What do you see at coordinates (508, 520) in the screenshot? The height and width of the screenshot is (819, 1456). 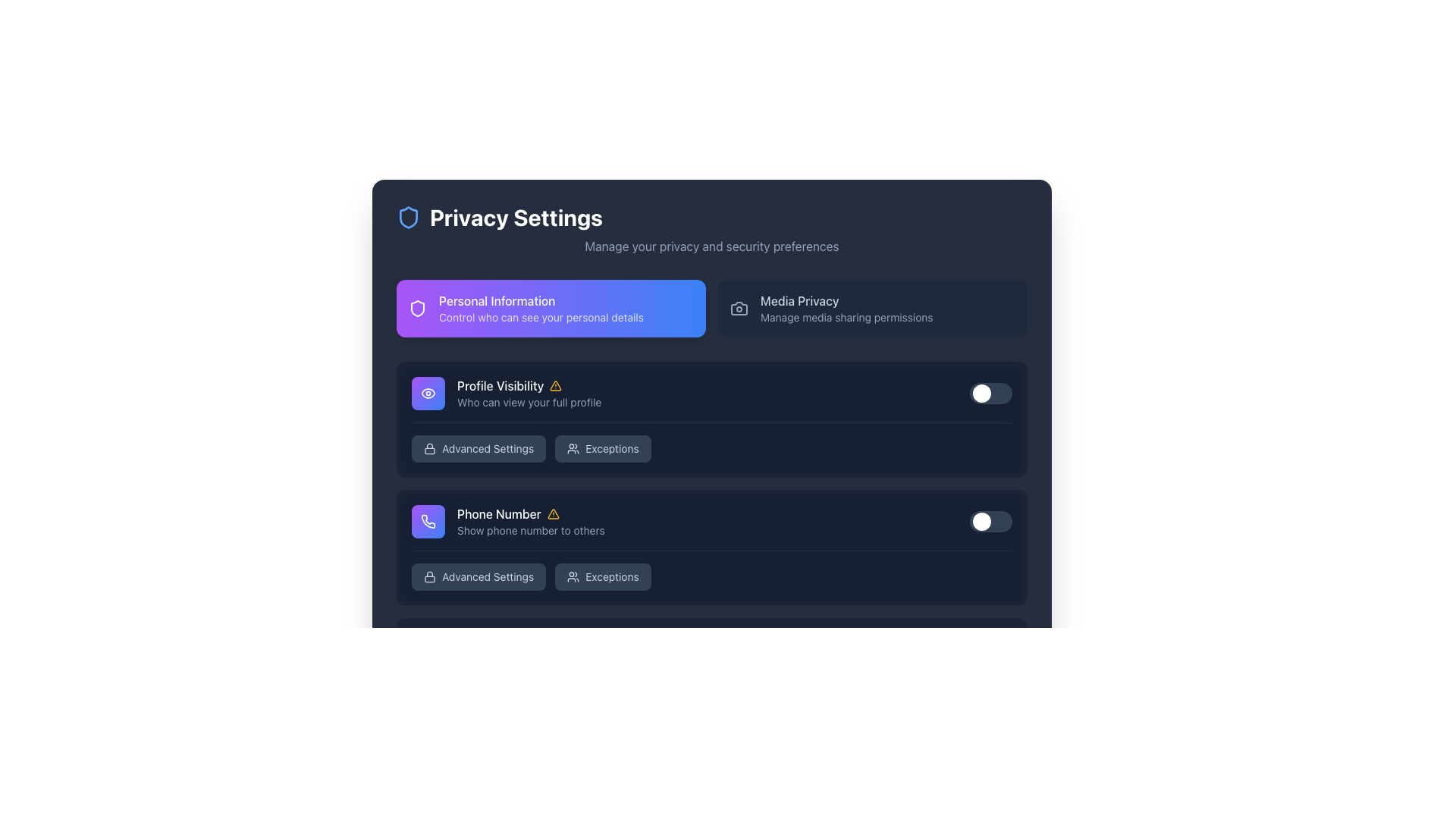 I see `the warning icon located next to the title 'Phone Number' in the Information display within the 'Privacy Settings' interface` at bounding box center [508, 520].